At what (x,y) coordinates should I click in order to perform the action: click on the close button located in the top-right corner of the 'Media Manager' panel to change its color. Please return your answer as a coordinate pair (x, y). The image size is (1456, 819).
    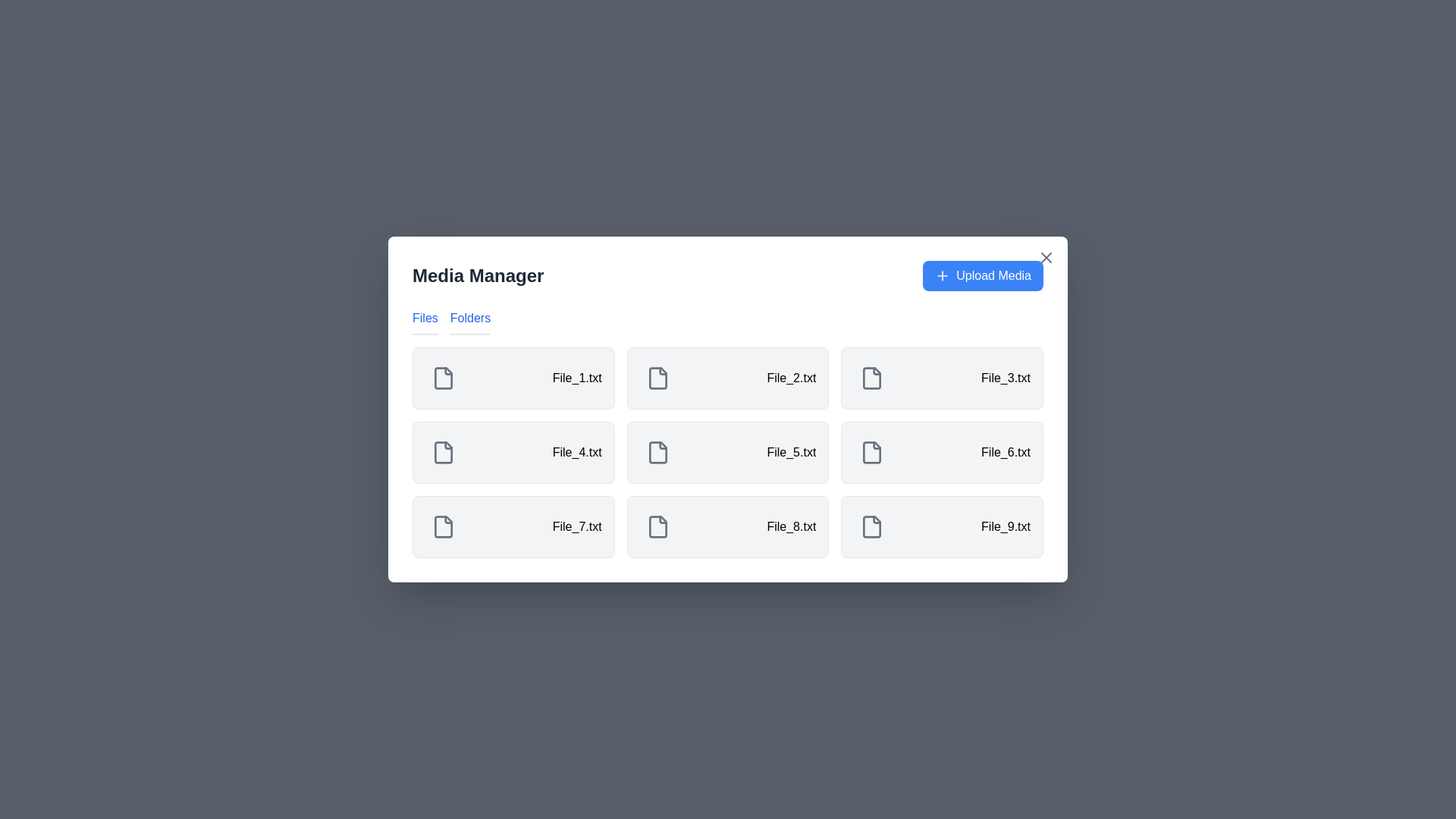
    Looking at the image, I should click on (1046, 256).